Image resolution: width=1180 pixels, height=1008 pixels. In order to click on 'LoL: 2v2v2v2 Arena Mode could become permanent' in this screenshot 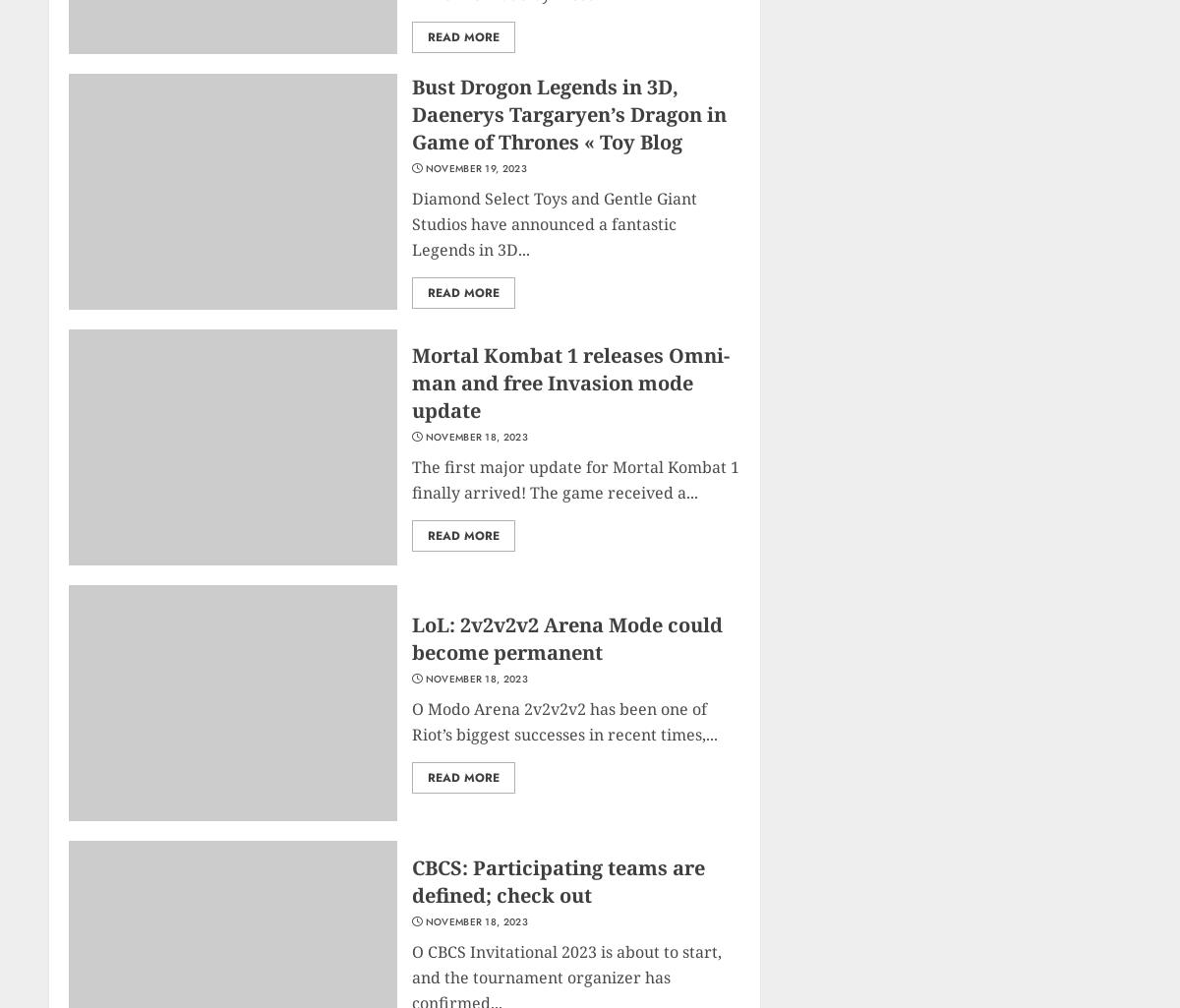, I will do `click(412, 637)`.